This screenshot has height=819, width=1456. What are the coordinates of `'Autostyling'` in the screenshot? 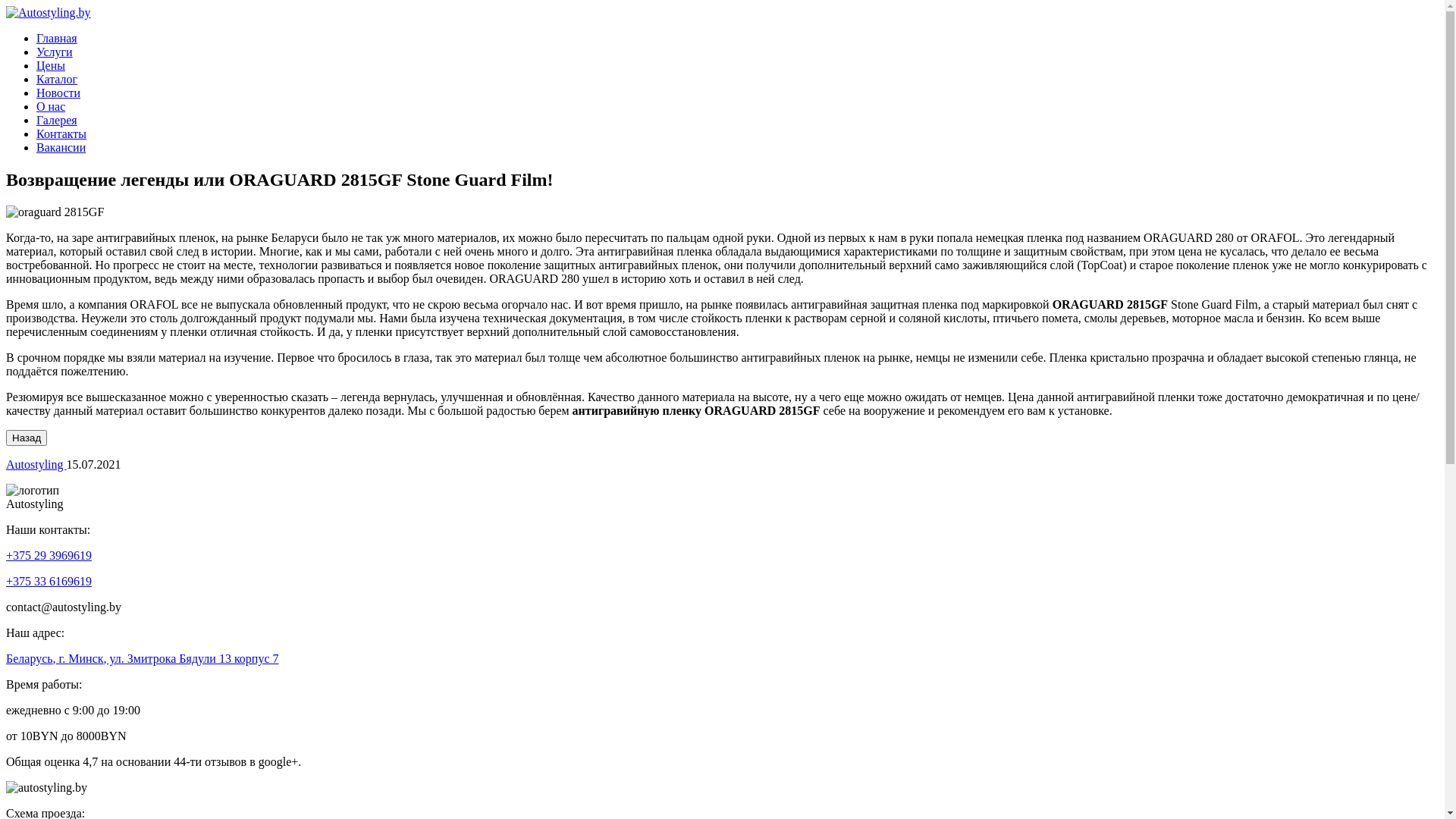 It's located at (6, 463).